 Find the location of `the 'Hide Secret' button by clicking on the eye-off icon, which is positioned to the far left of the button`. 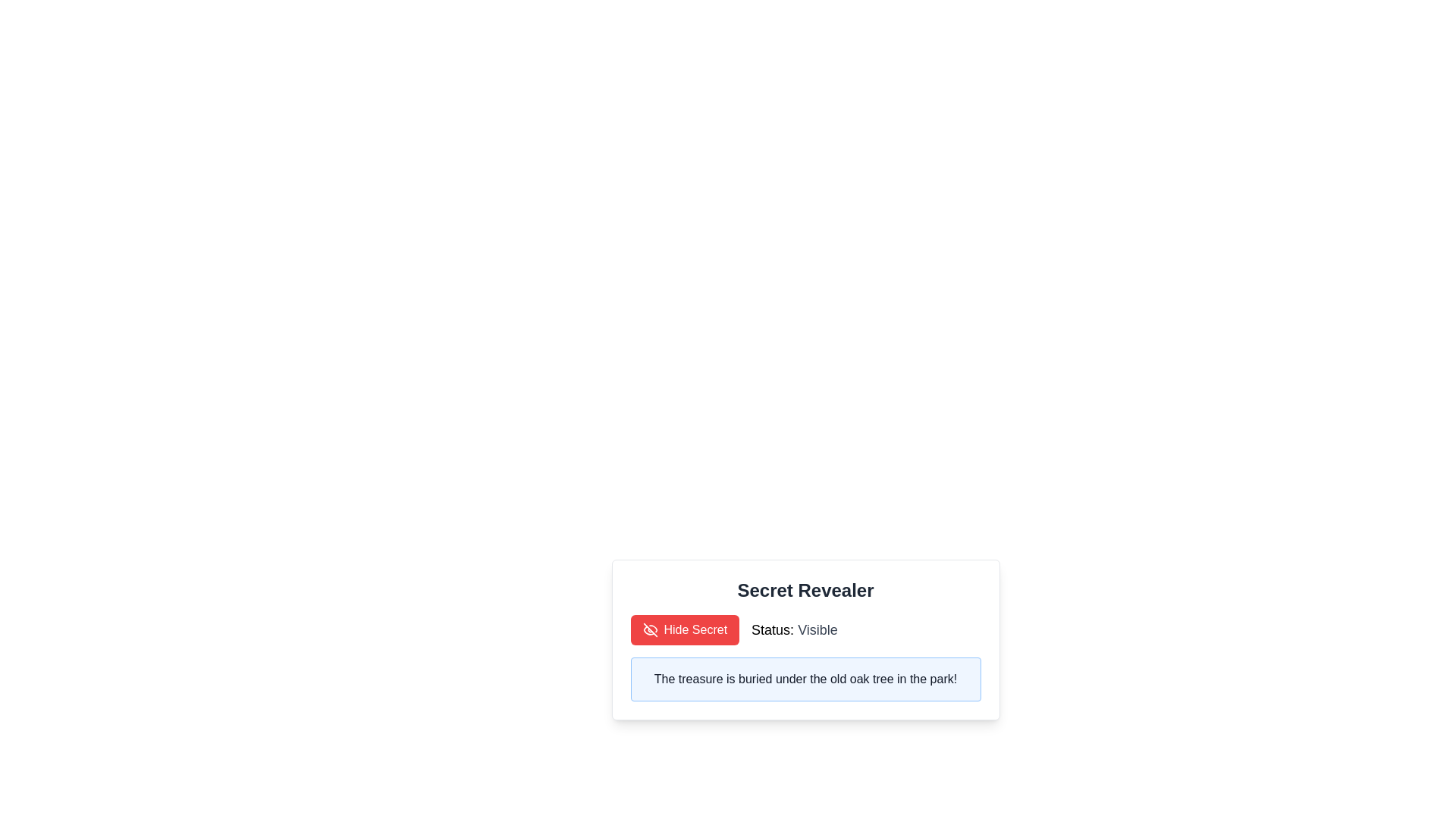

the 'Hide Secret' button by clicking on the eye-off icon, which is positioned to the far left of the button is located at coordinates (650, 629).